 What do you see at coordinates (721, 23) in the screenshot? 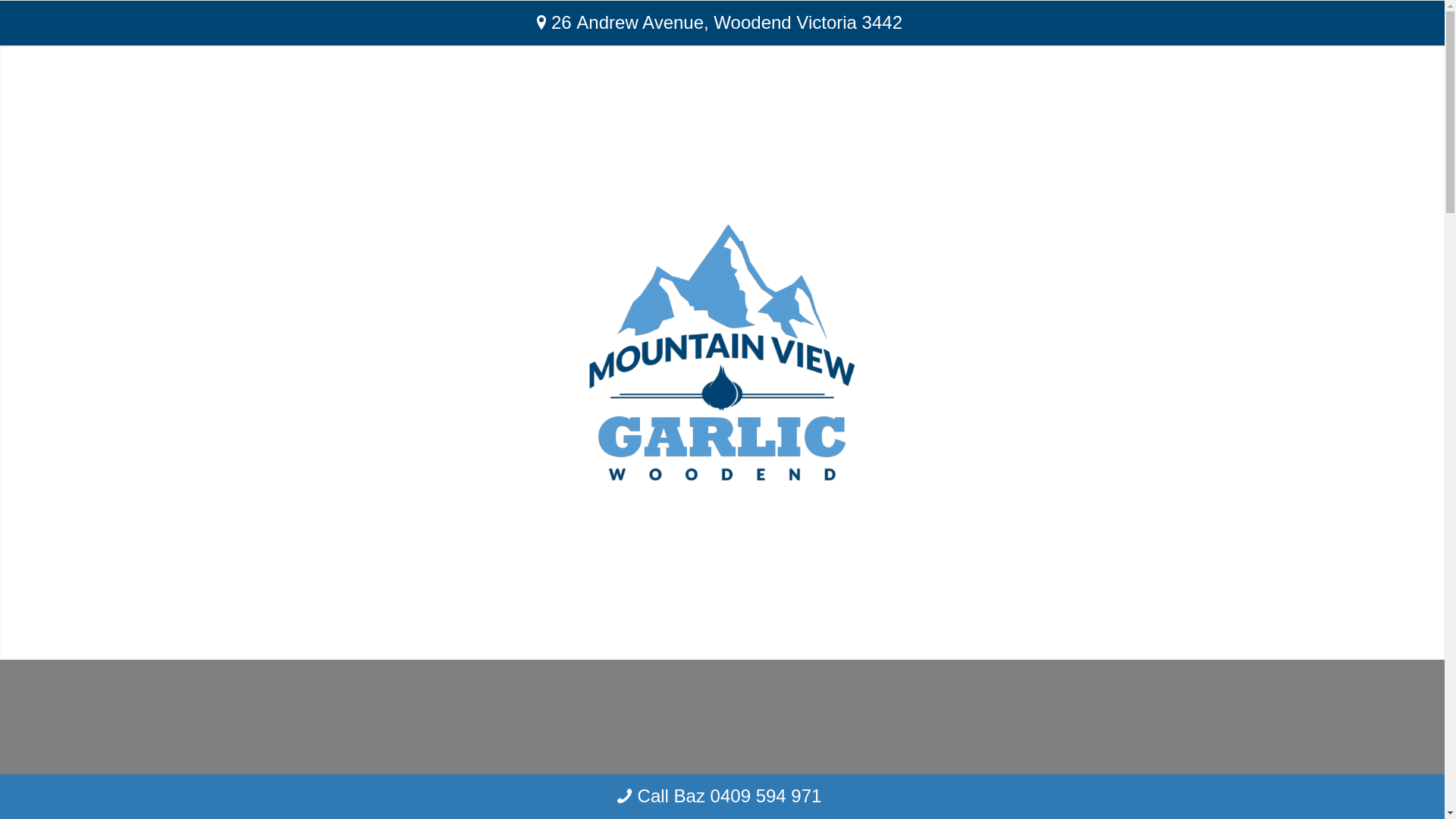
I see `'26 Andrew Avenue, Woodend Victoria 3442'` at bounding box center [721, 23].